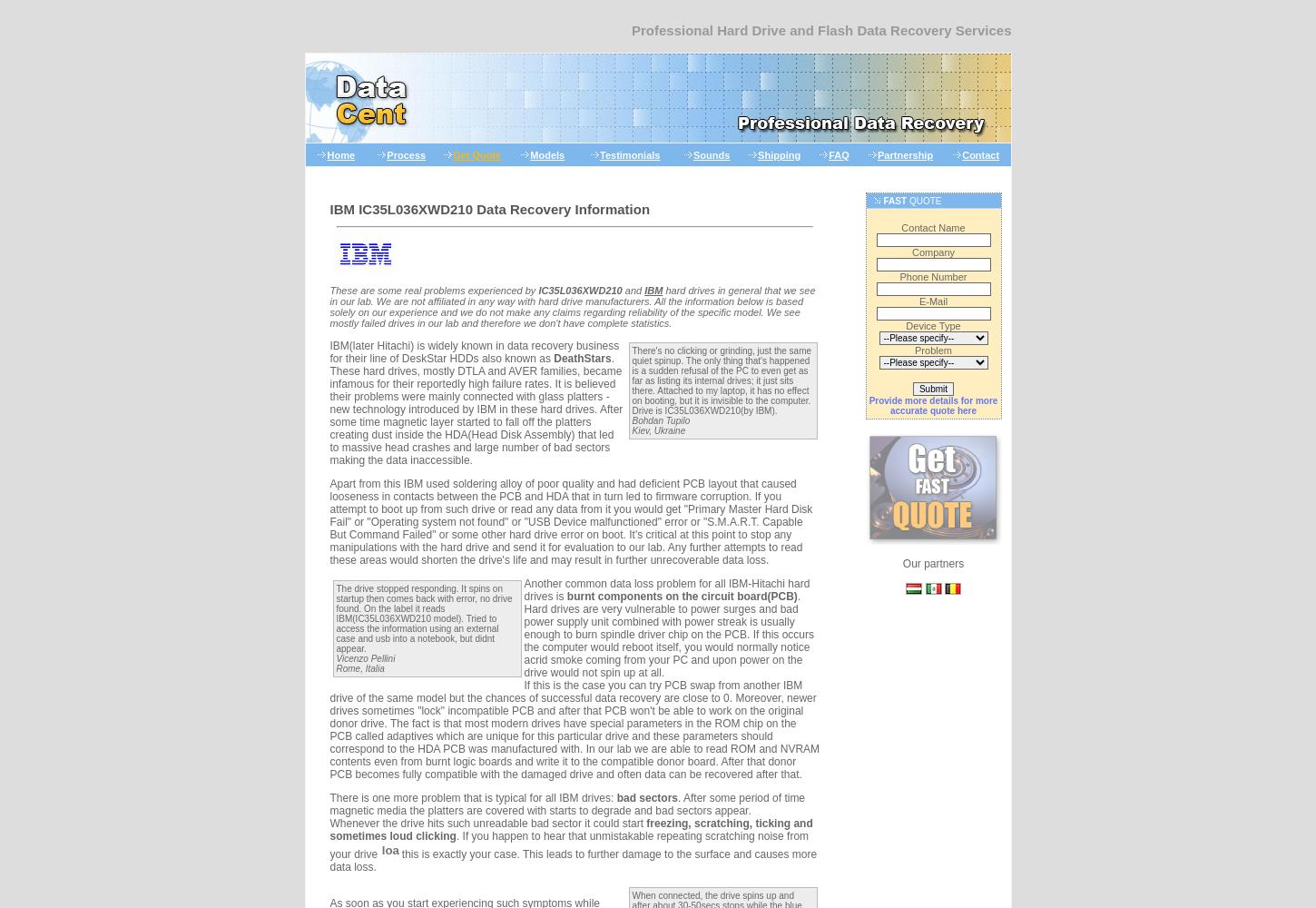 This screenshot has height=908, width=1316. Describe the element at coordinates (329, 860) in the screenshot. I see `'this is exactly your case. This leads to further damage to the surface and causes more data loss.'` at that location.